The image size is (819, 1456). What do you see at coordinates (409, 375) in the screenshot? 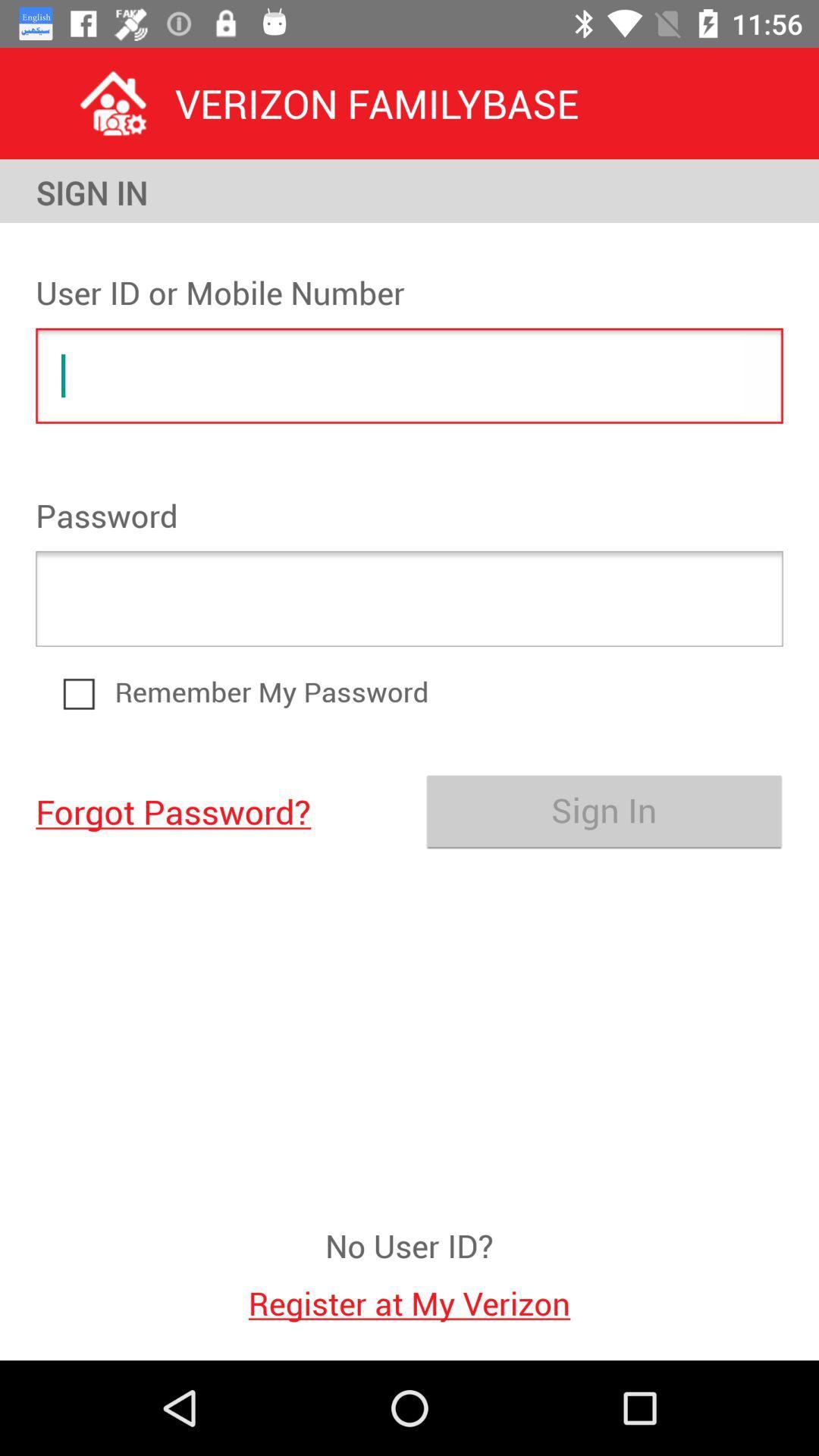
I see `move cursor to id box` at bounding box center [409, 375].